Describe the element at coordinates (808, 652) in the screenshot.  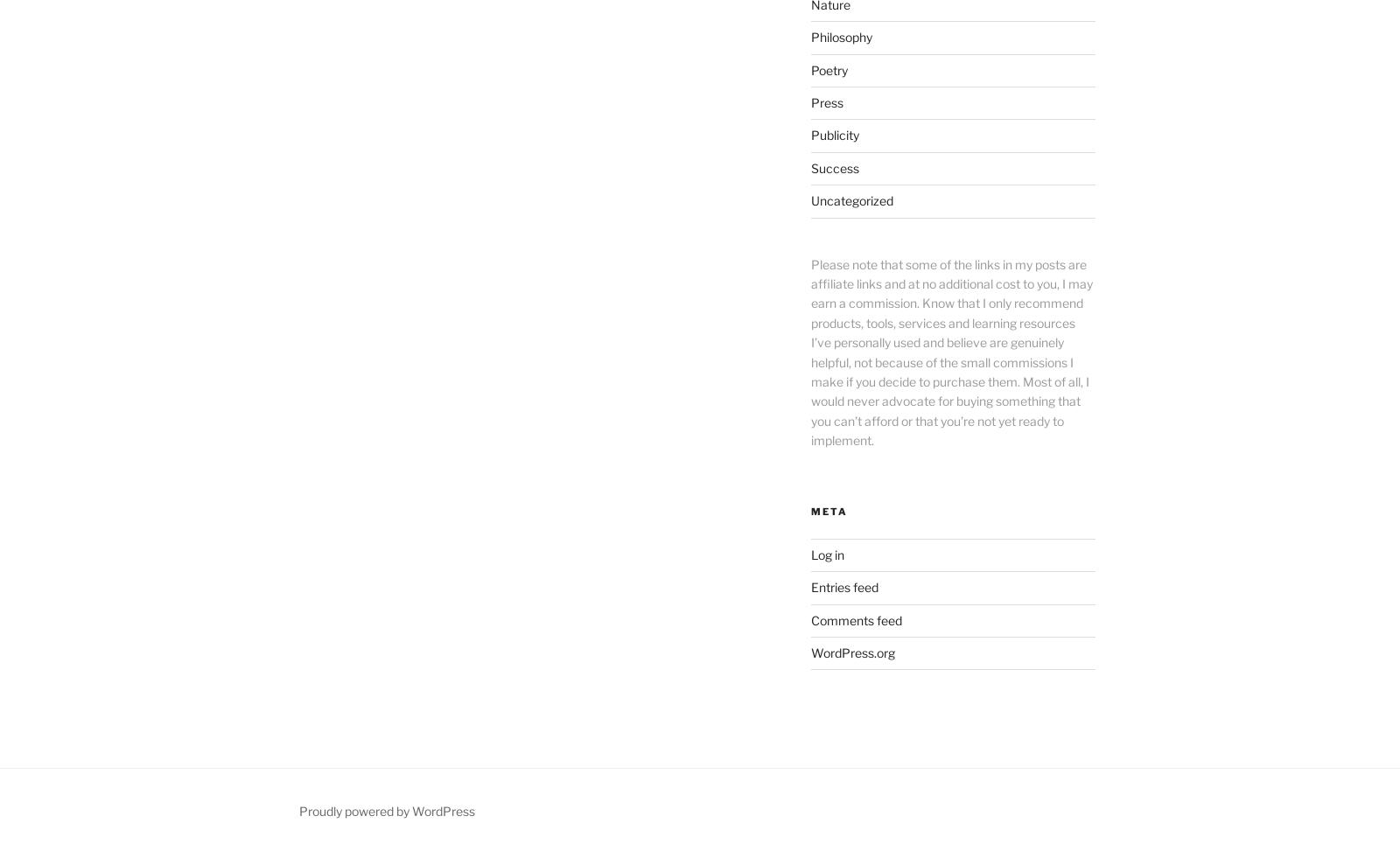
I see `'WordPress.org'` at that location.